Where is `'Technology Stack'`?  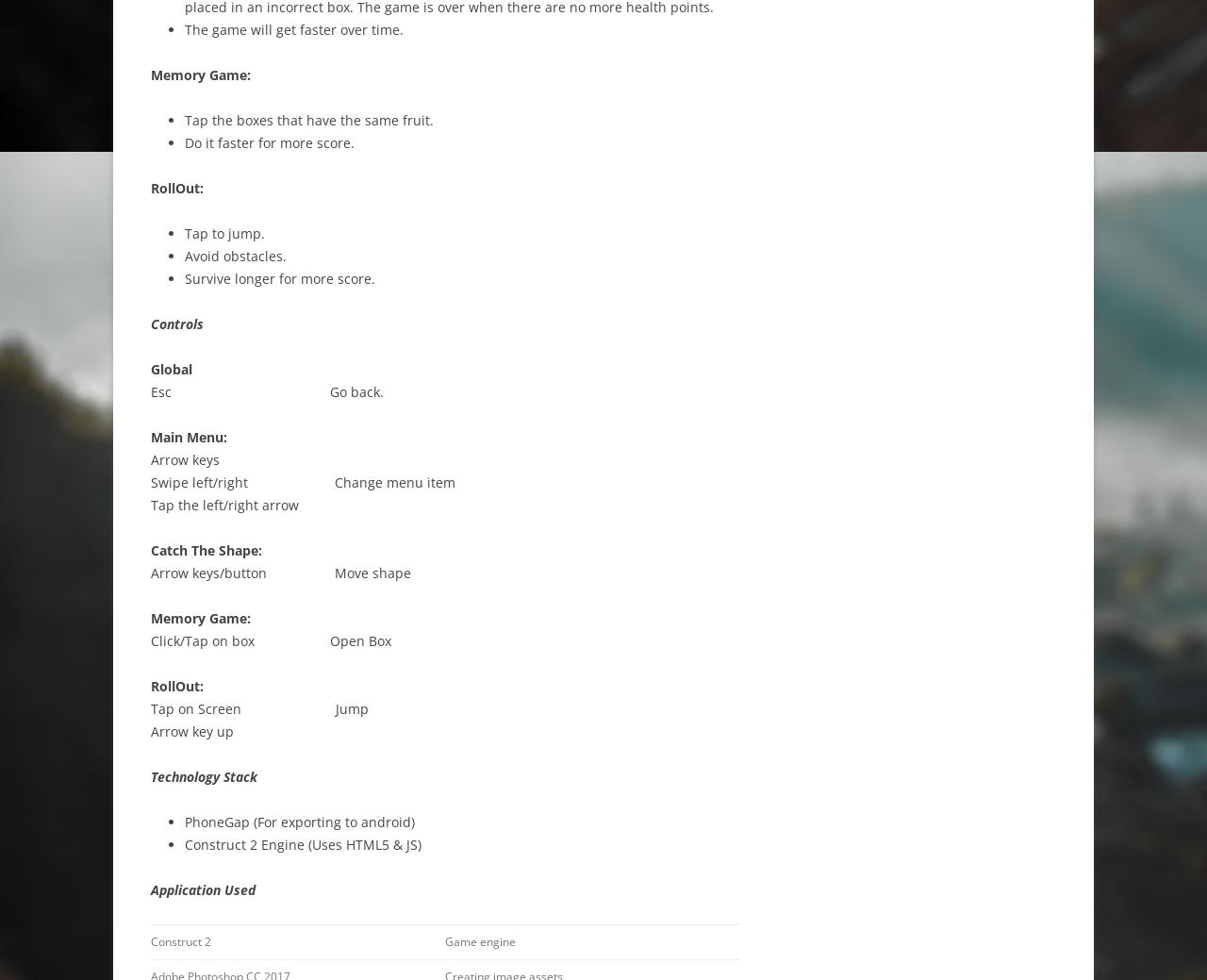 'Technology Stack' is located at coordinates (204, 775).